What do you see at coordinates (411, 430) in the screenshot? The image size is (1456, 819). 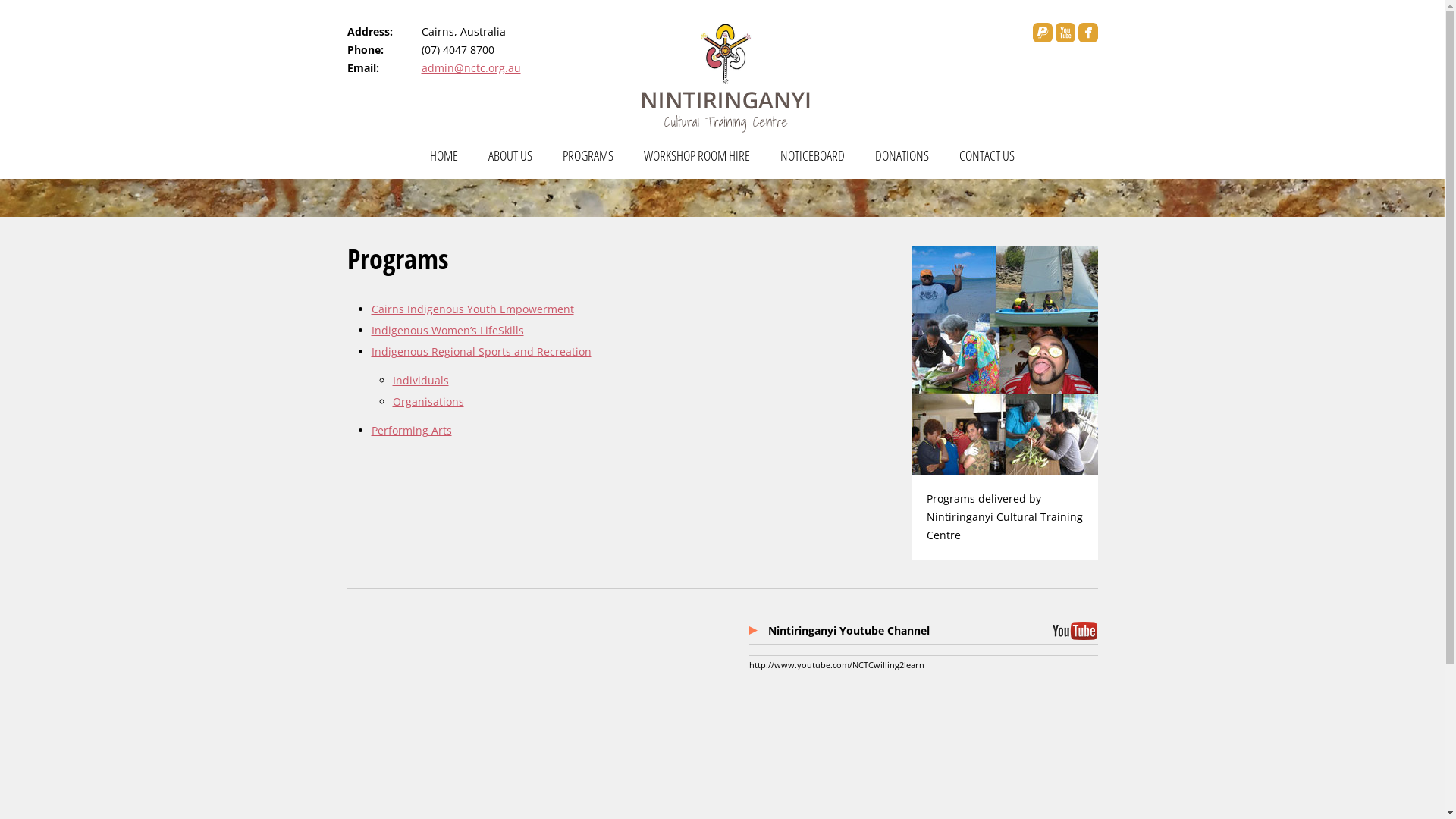 I see `'Performing Arts'` at bounding box center [411, 430].